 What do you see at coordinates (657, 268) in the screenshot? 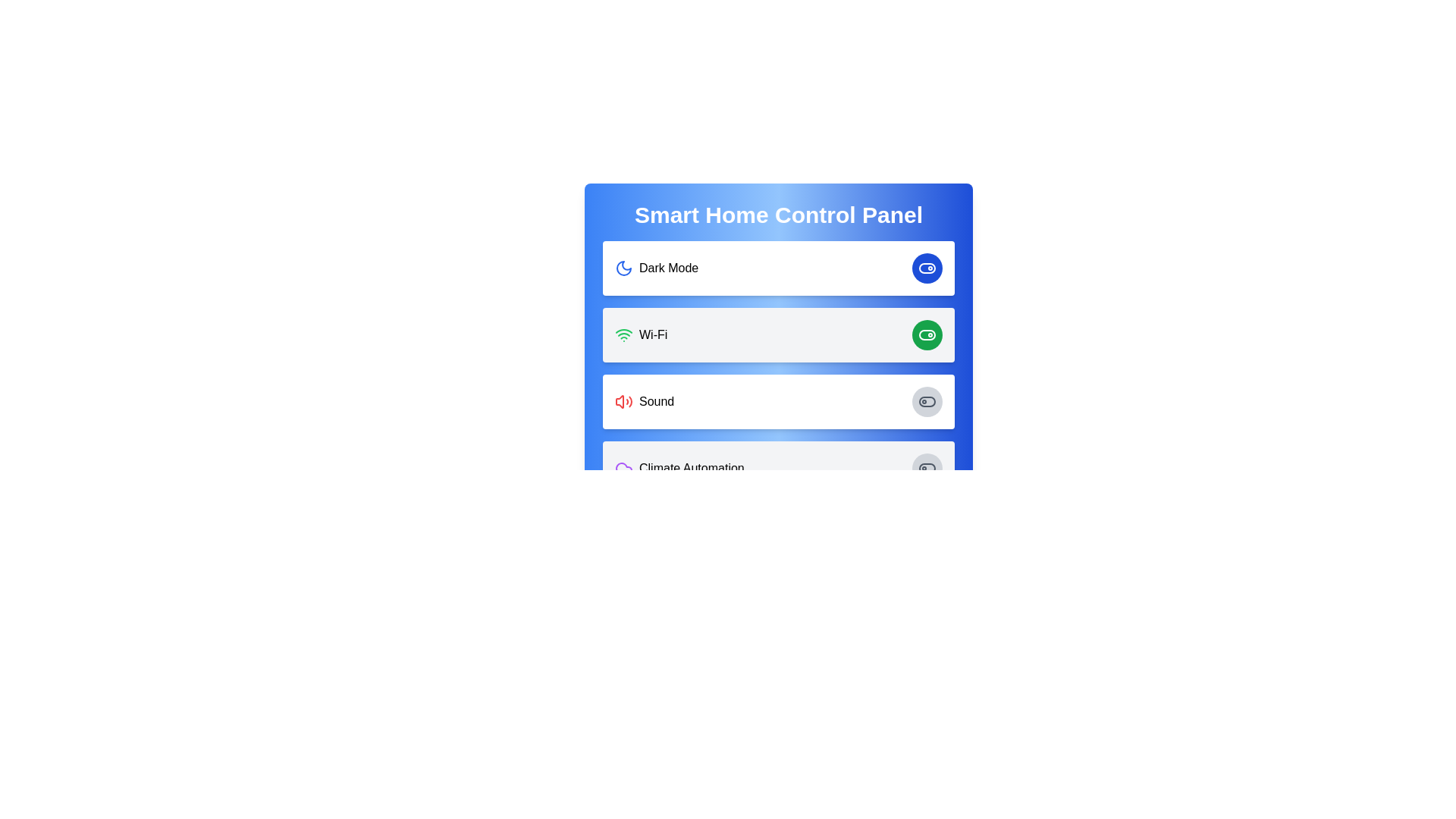
I see `the 'Dark Mode' label with a crescent moon icon located near the top-left corner of the settings section` at bounding box center [657, 268].